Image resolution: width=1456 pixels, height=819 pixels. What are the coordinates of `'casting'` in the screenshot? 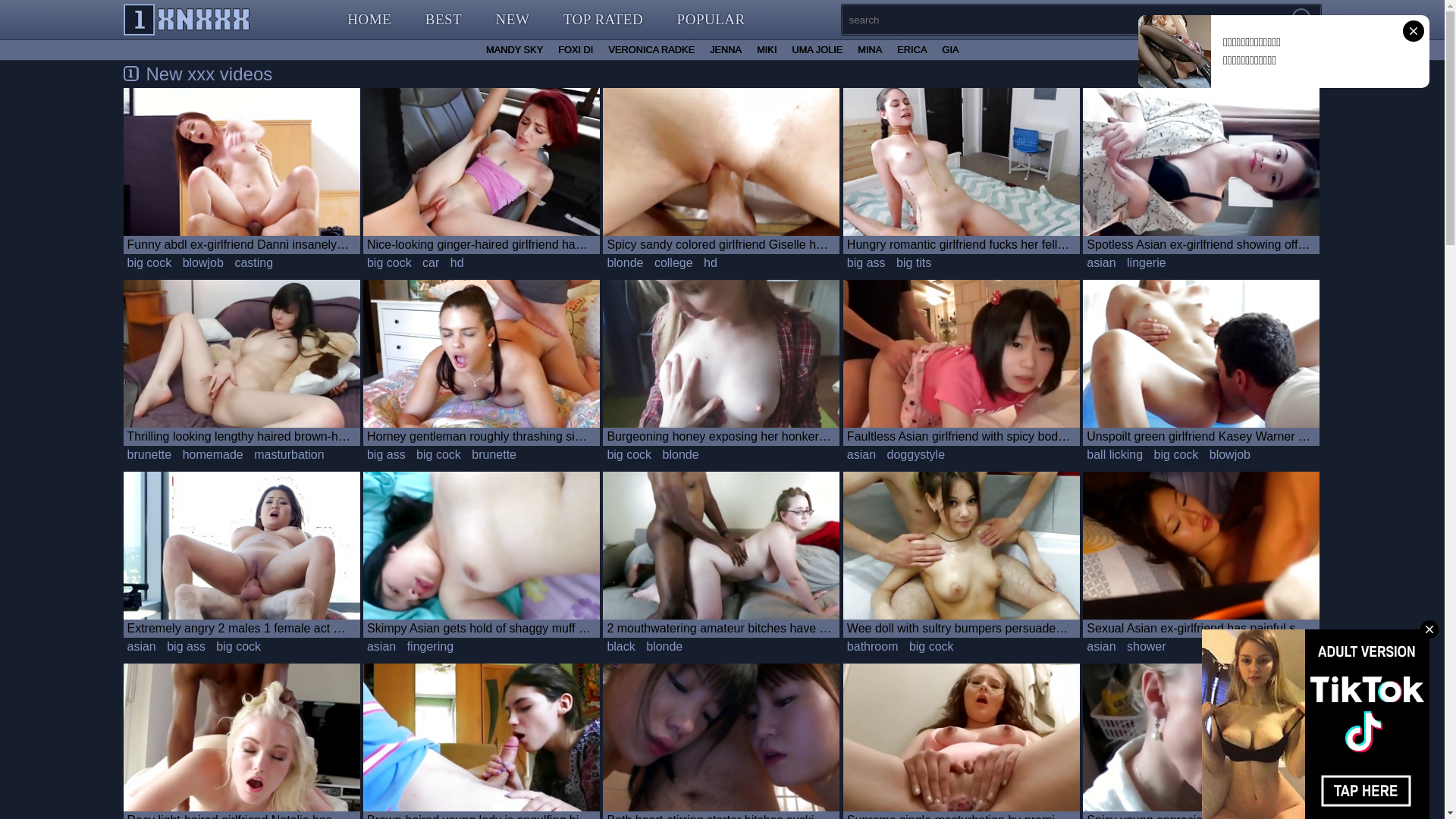 It's located at (253, 262).